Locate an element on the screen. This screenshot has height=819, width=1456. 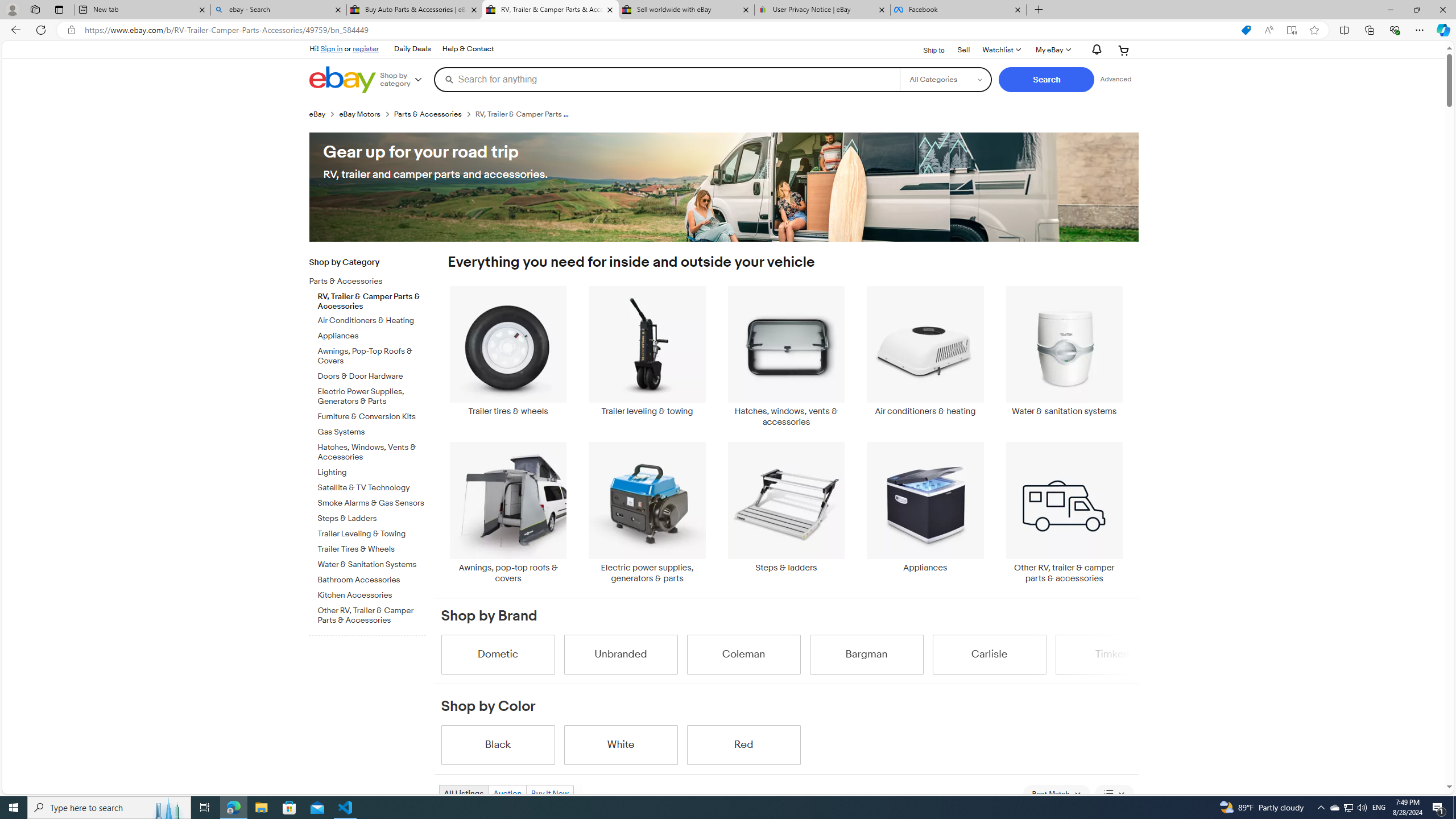
'Trailer leveling & towing' is located at coordinates (647, 357).